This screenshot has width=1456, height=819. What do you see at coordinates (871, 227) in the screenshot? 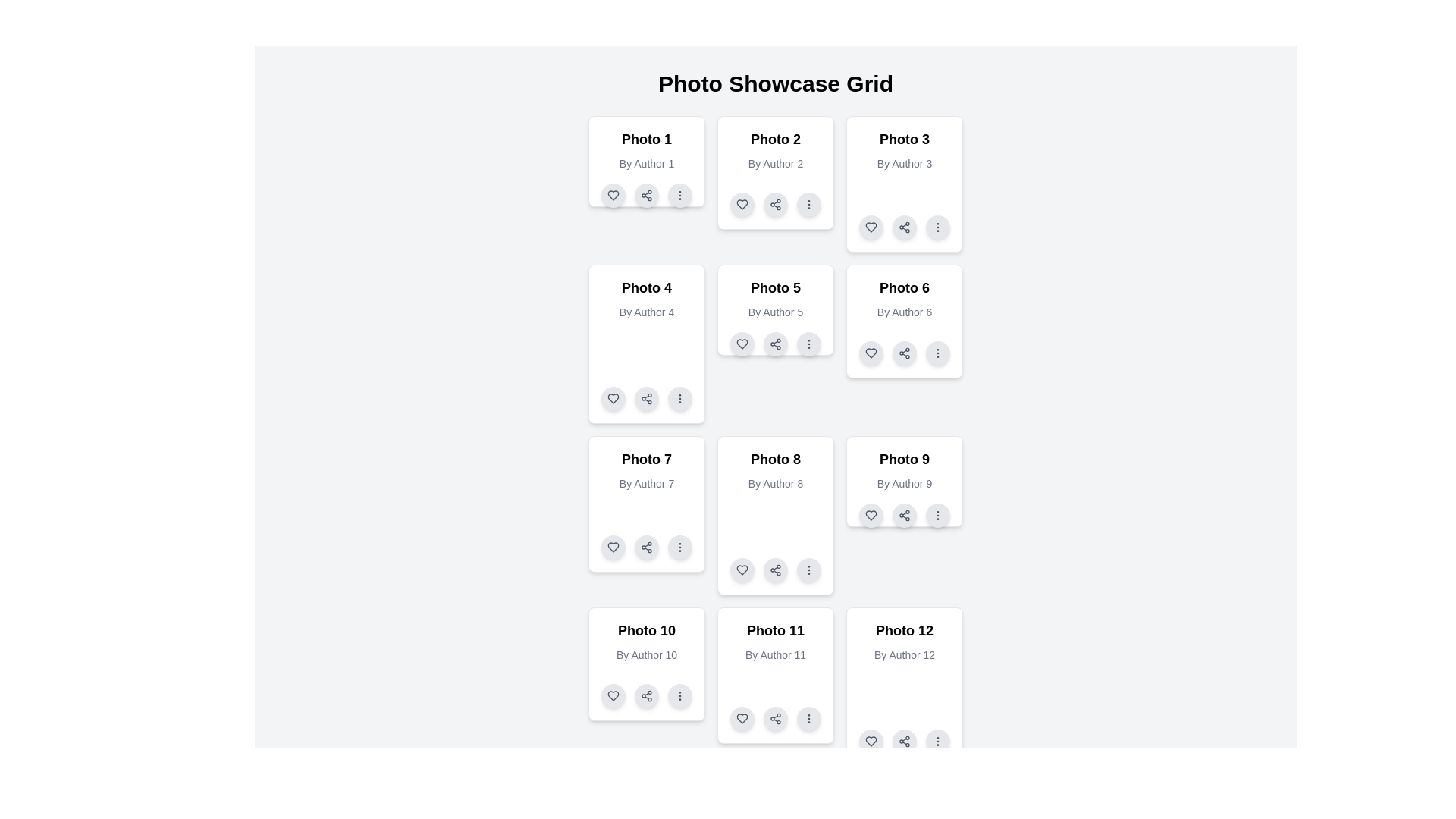
I see `the heart icon button located at the bottom of the third photo card in the 'Photo Showcase Grid' to indicate preference` at bounding box center [871, 227].